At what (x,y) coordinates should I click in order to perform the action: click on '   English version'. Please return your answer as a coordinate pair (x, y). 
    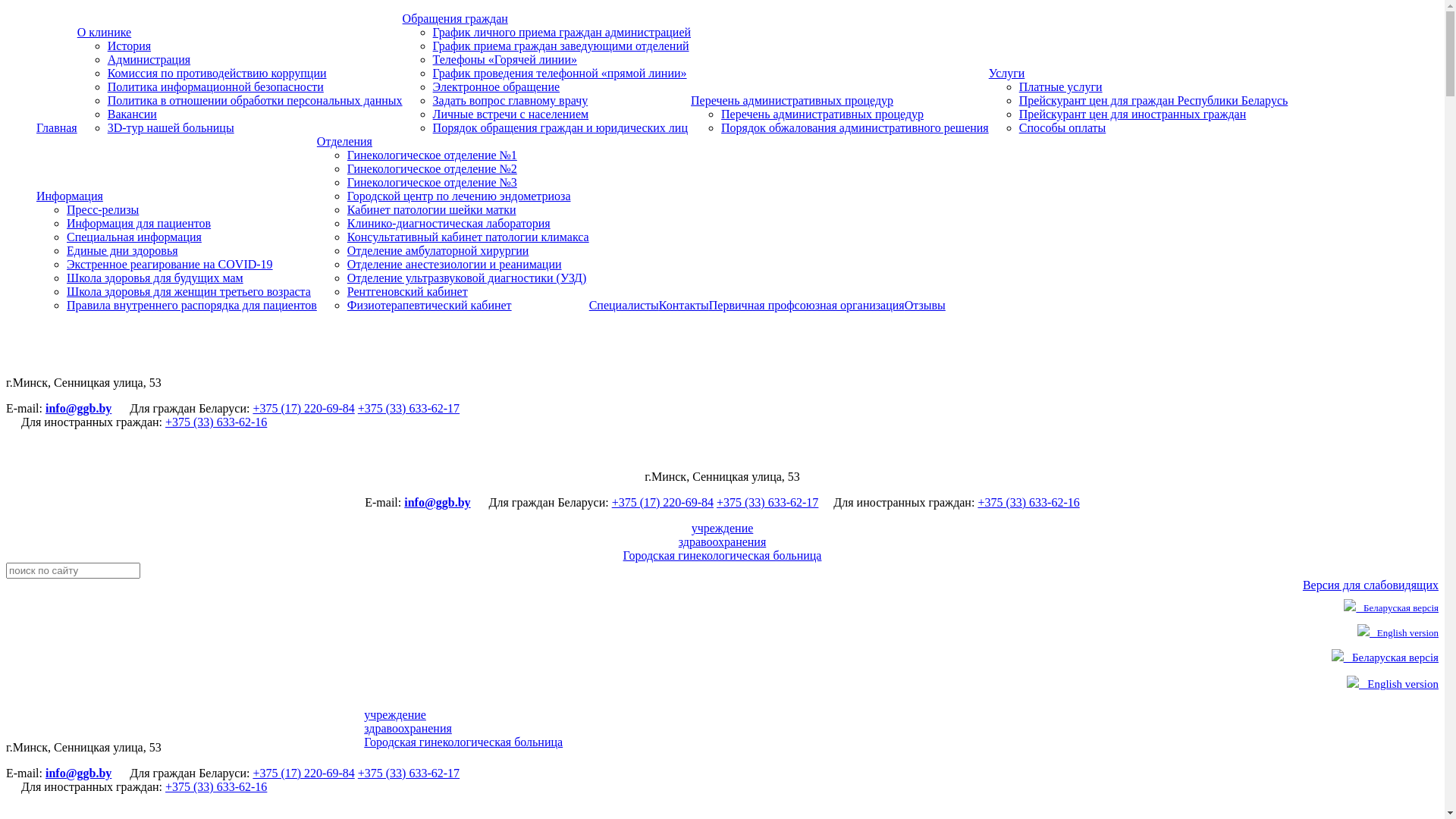
    Looking at the image, I should click on (1392, 684).